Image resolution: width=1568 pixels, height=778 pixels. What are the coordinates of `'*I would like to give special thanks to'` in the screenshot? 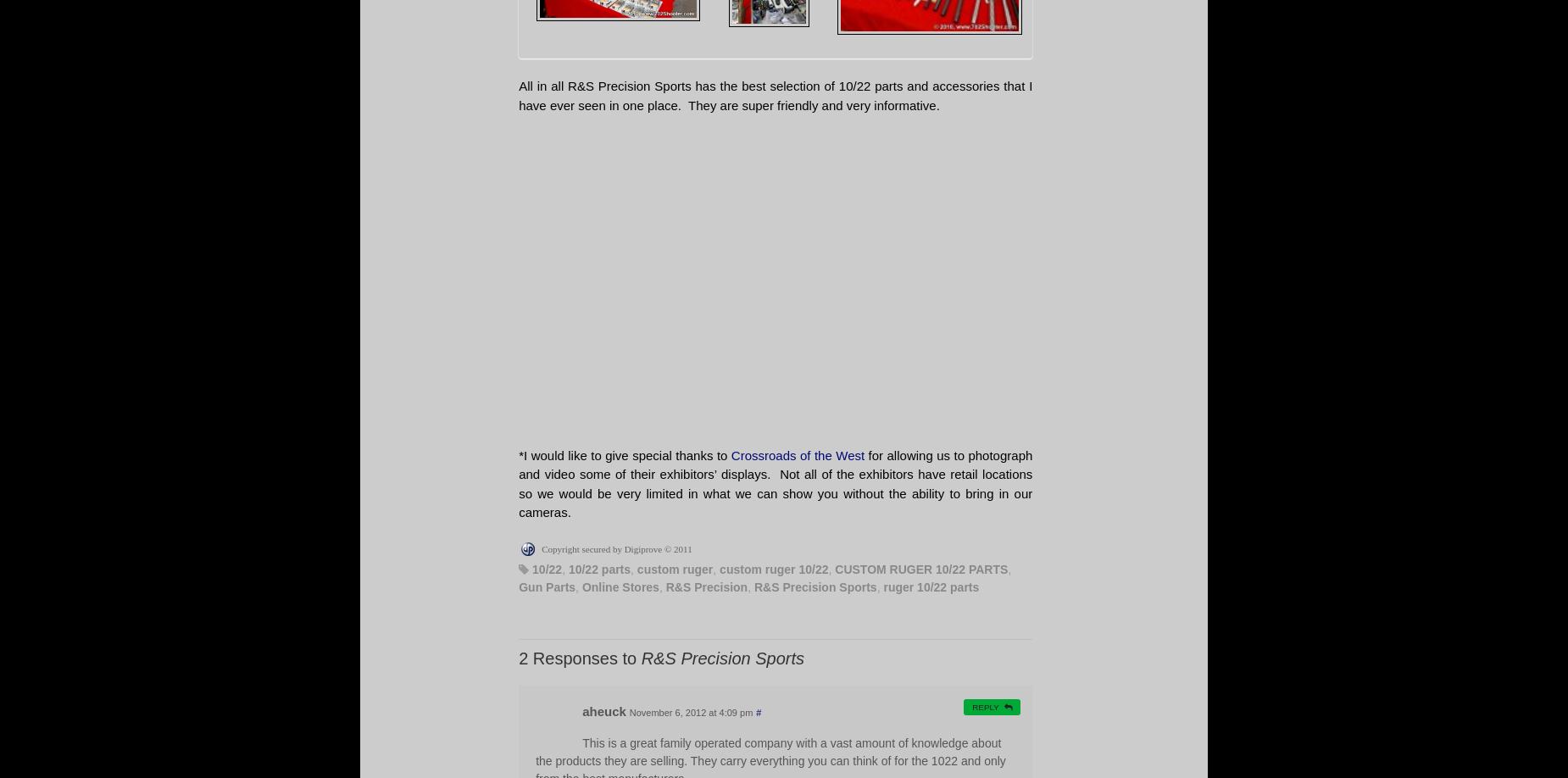 It's located at (625, 454).